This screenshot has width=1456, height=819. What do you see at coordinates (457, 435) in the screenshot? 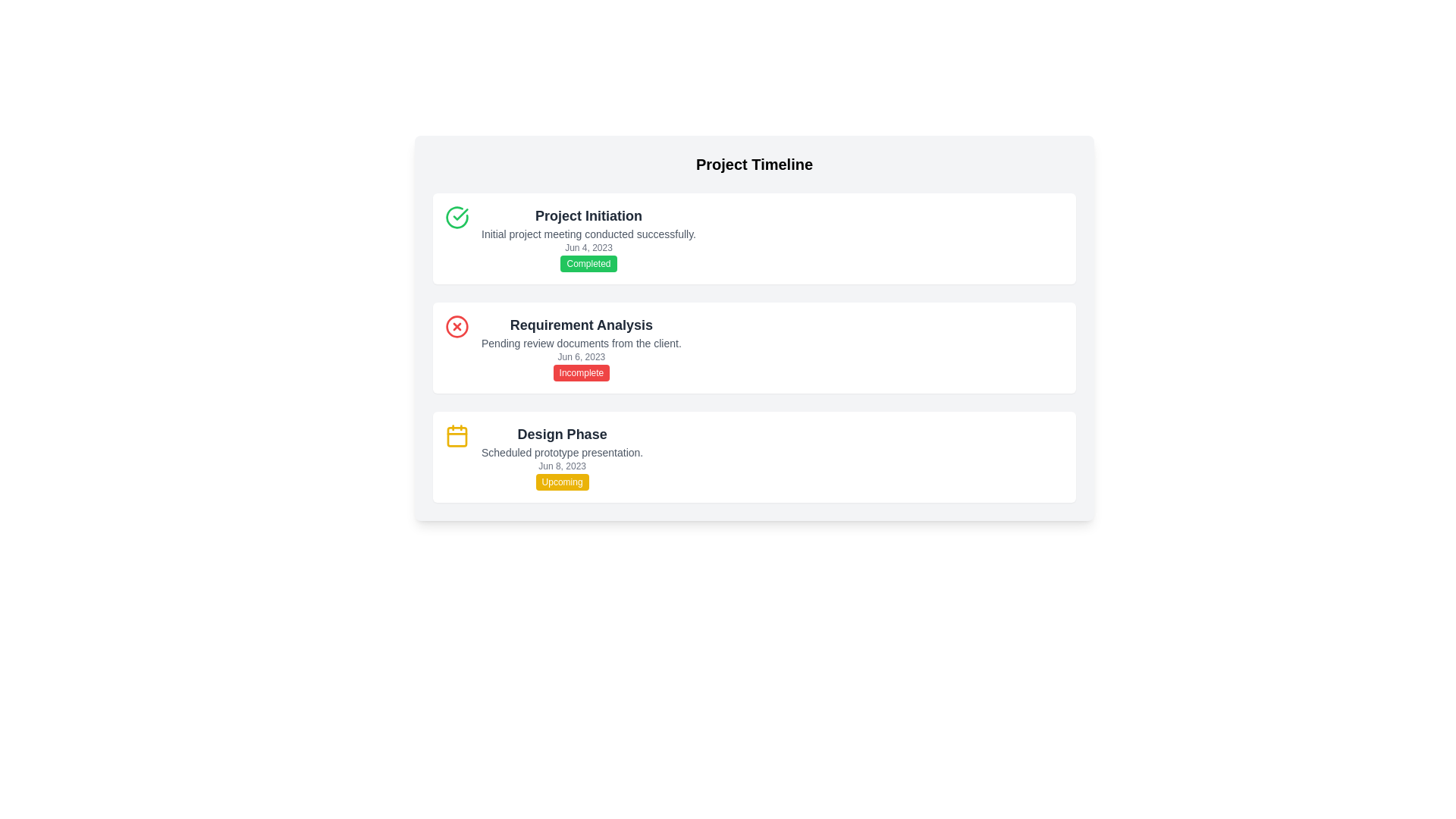
I see `the yellow calendar icon located to the left of the 'Design Phase' text` at bounding box center [457, 435].